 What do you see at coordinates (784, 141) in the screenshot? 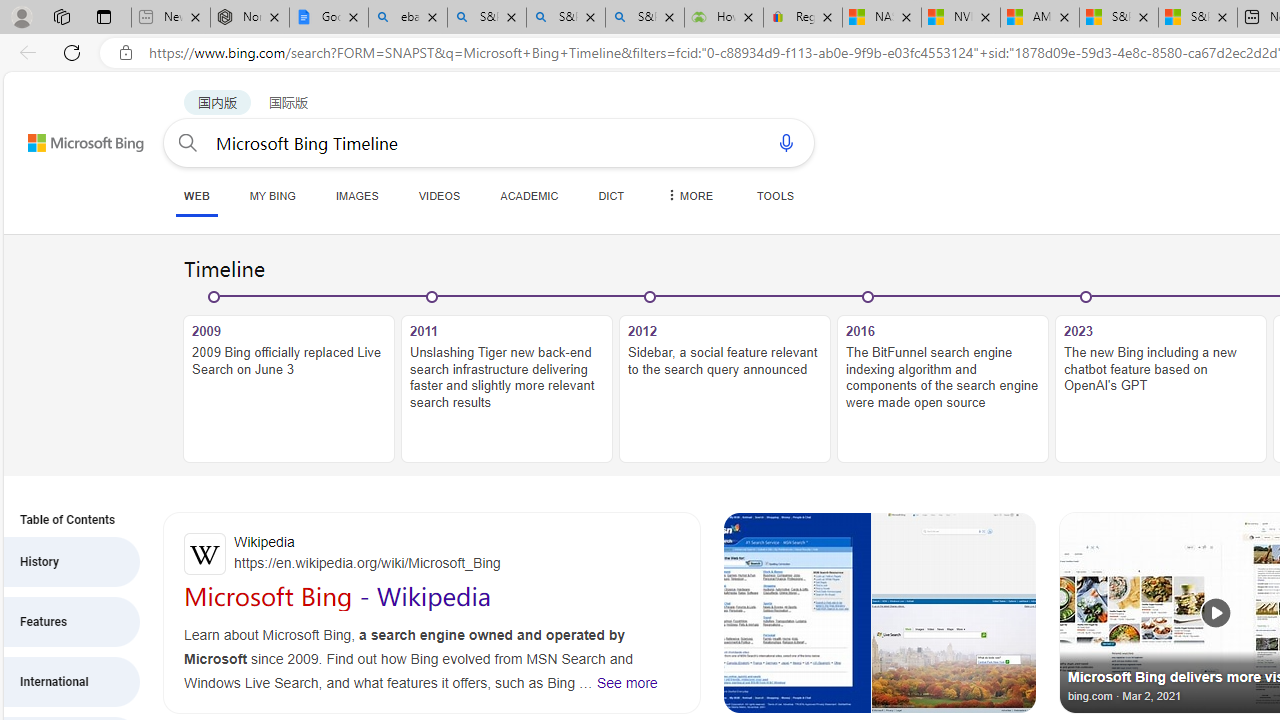
I see `'Search using voice'` at bounding box center [784, 141].